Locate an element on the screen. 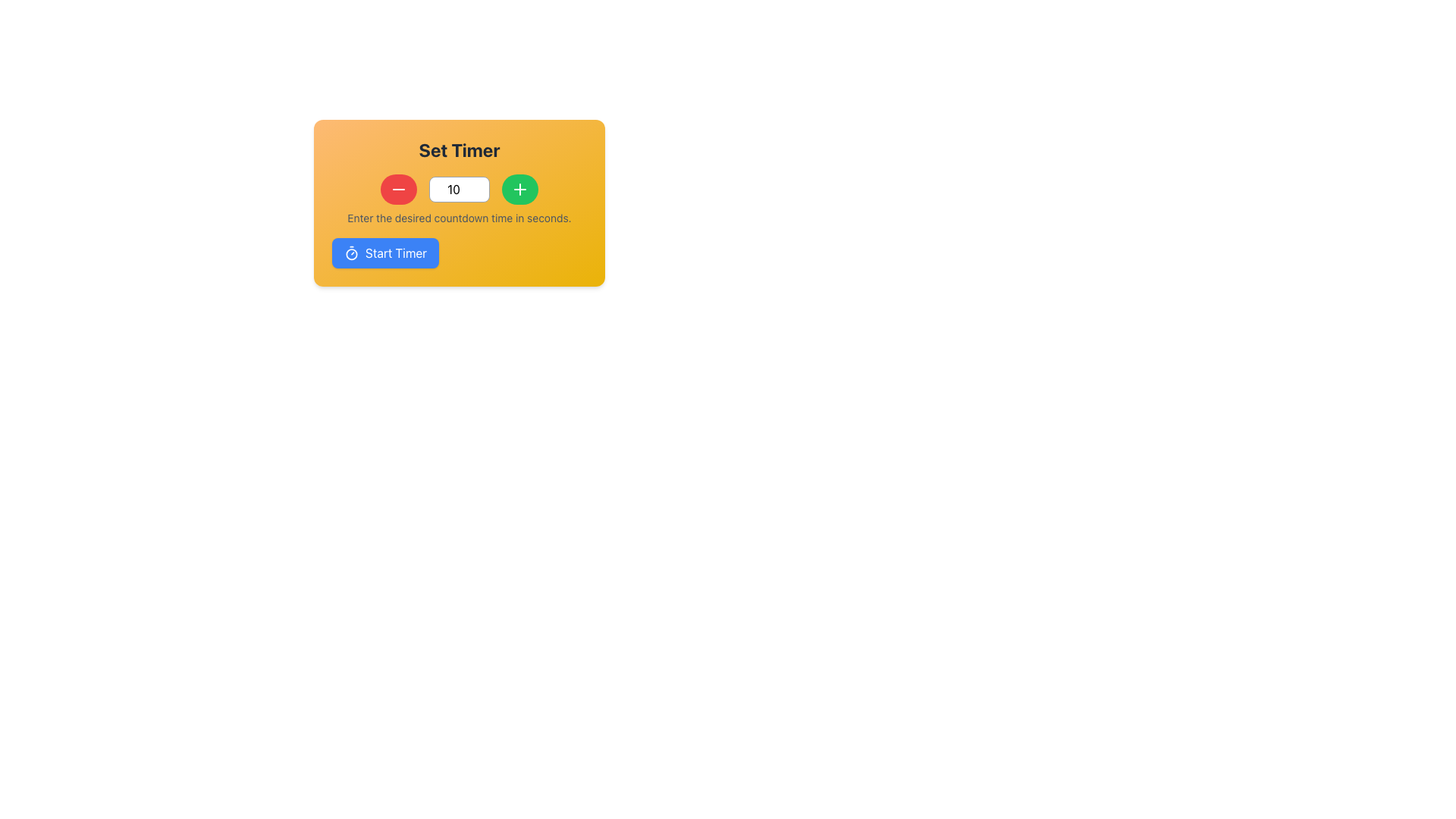  the button that decreases the value in the adjacent numeric input field, located to the left of the numeric input box in the middle of the row is located at coordinates (399, 189).